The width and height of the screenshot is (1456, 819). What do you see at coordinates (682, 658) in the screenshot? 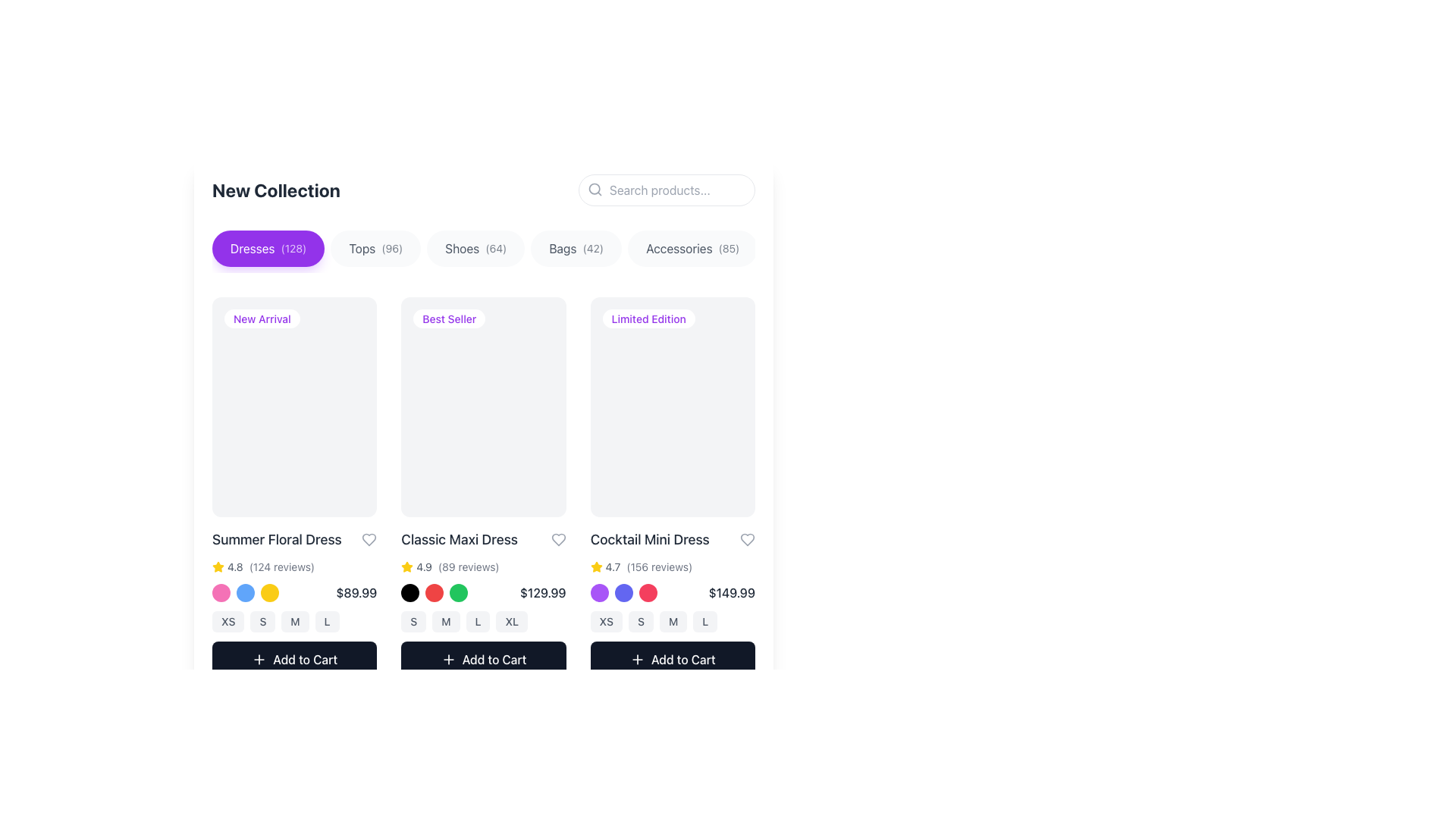
I see `the button labeled 'Cocktail Mini Dress' located at the bottom-right corner of the product card` at bounding box center [682, 658].